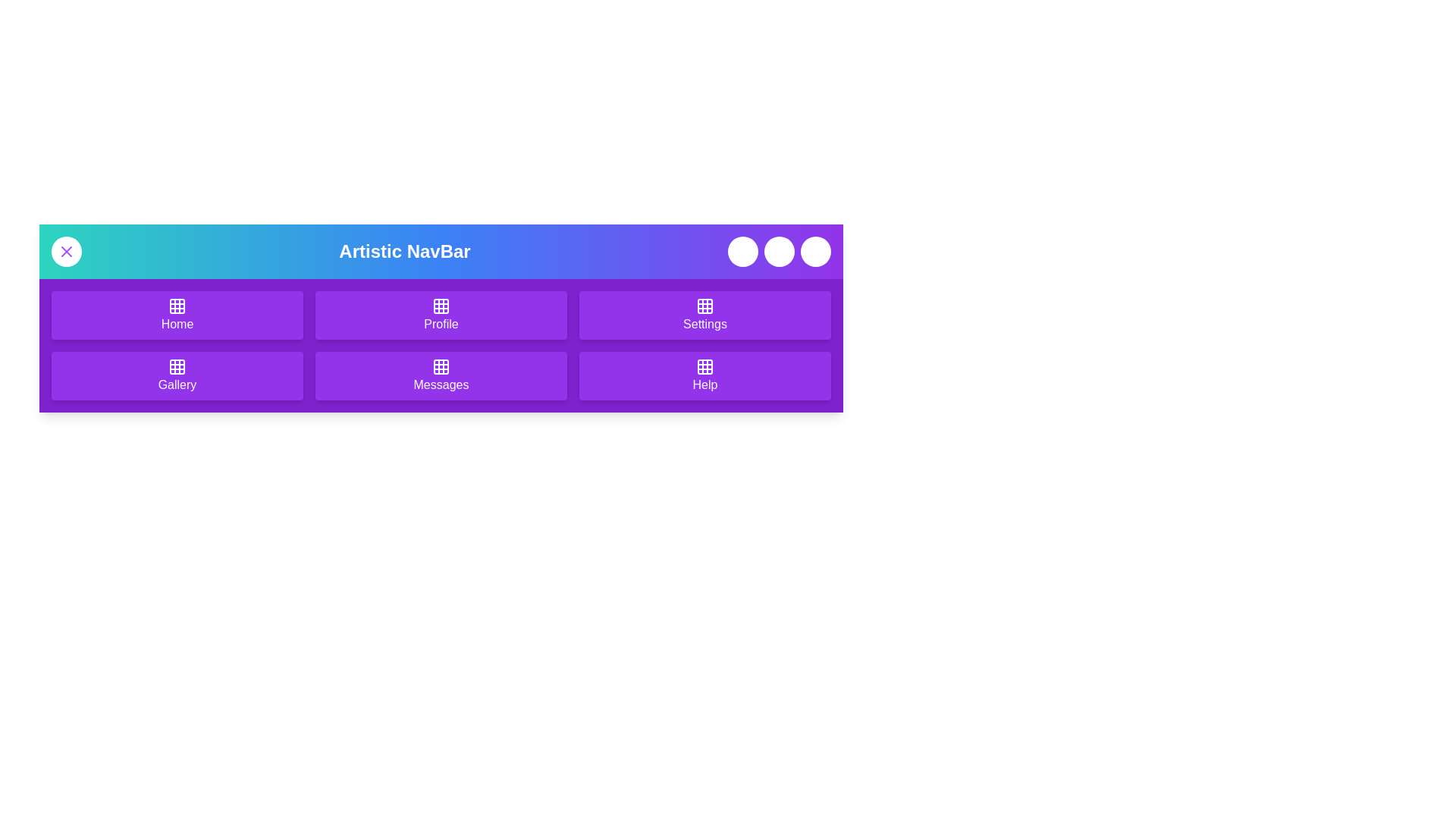 The height and width of the screenshot is (819, 1456). What do you see at coordinates (440, 375) in the screenshot?
I see `the navigation item labeled Messages` at bounding box center [440, 375].